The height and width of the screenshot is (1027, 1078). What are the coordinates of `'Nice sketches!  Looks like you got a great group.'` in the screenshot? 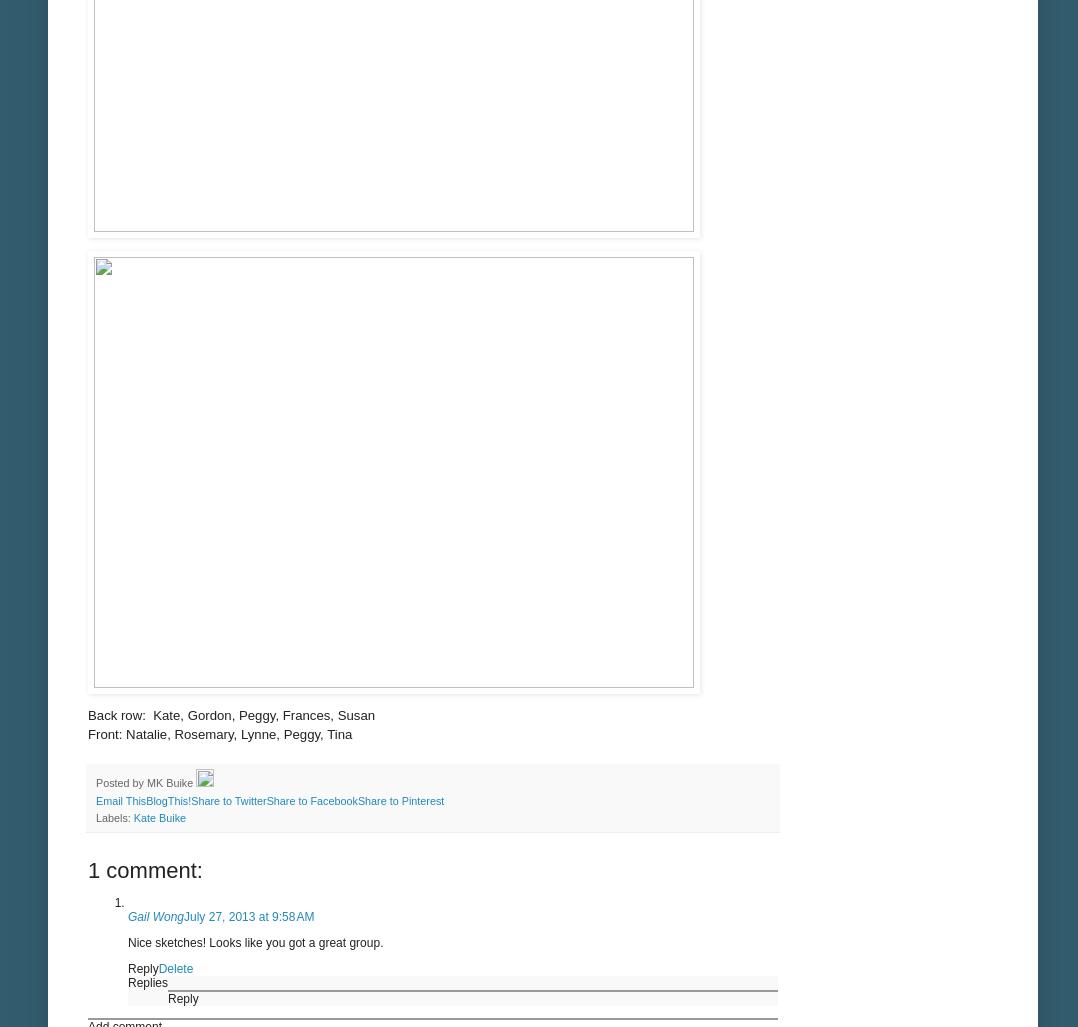 It's located at (254, 942).